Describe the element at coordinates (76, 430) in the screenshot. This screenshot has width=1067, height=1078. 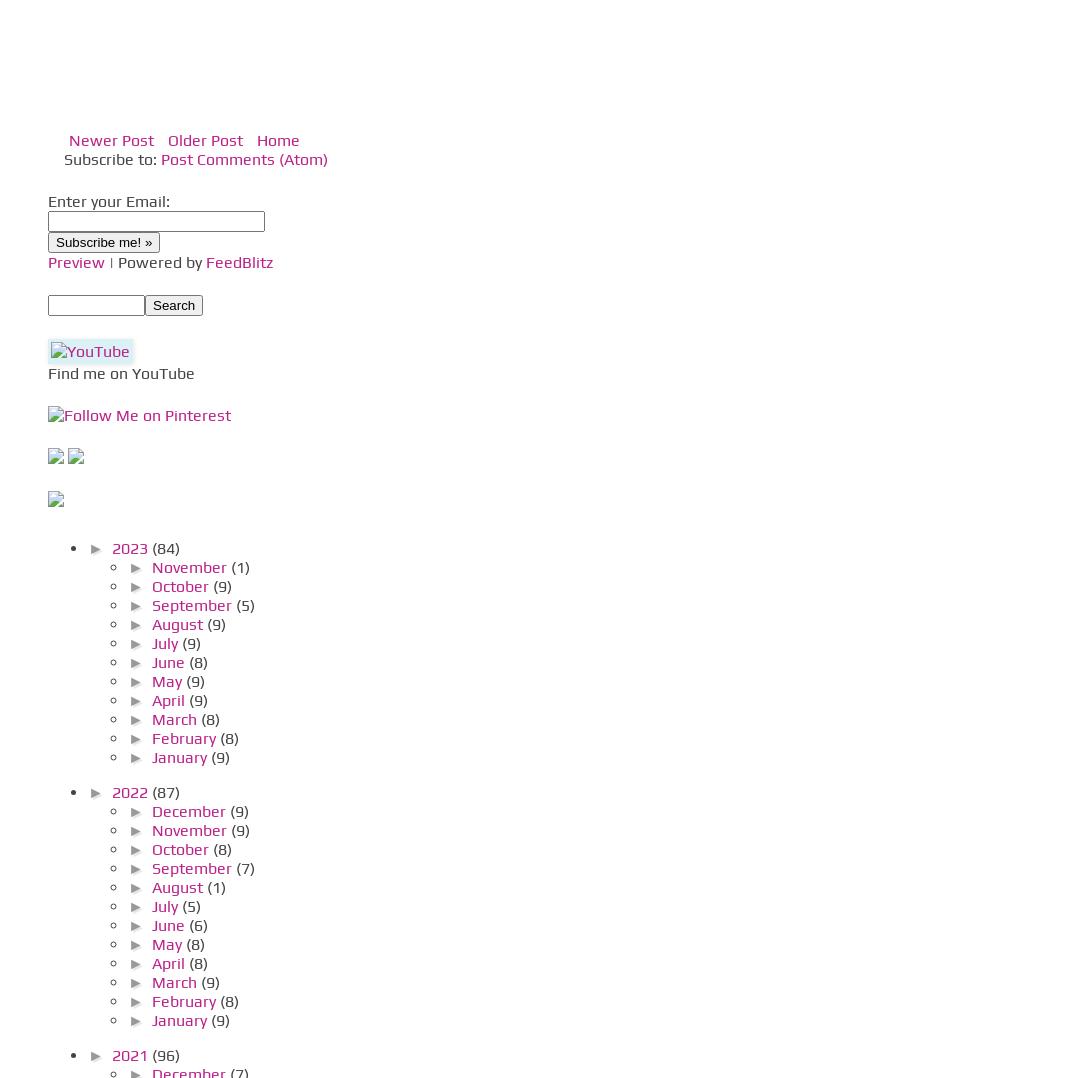
I see `'About Me'` at that location.